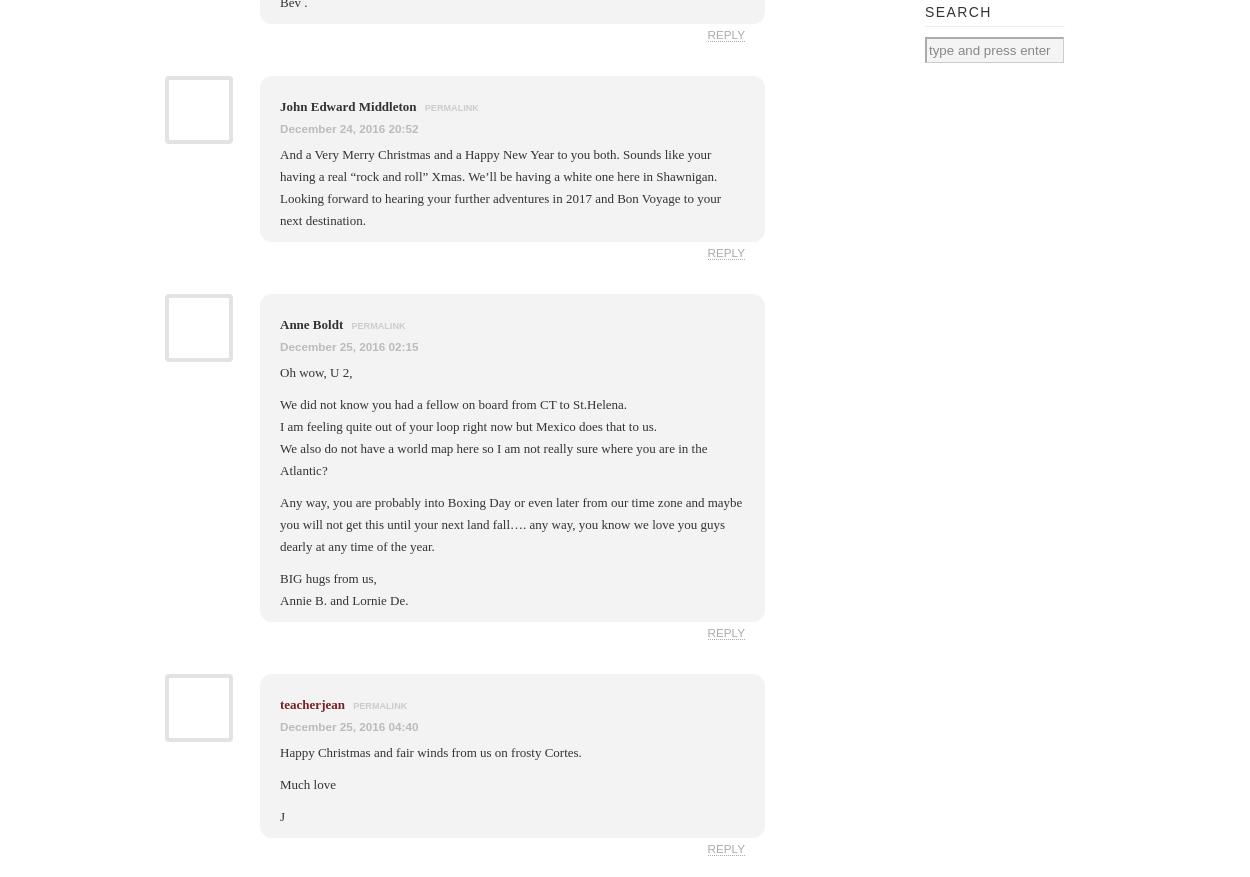  I want to click on 'BIG hugs from us,', so click(327, 578).